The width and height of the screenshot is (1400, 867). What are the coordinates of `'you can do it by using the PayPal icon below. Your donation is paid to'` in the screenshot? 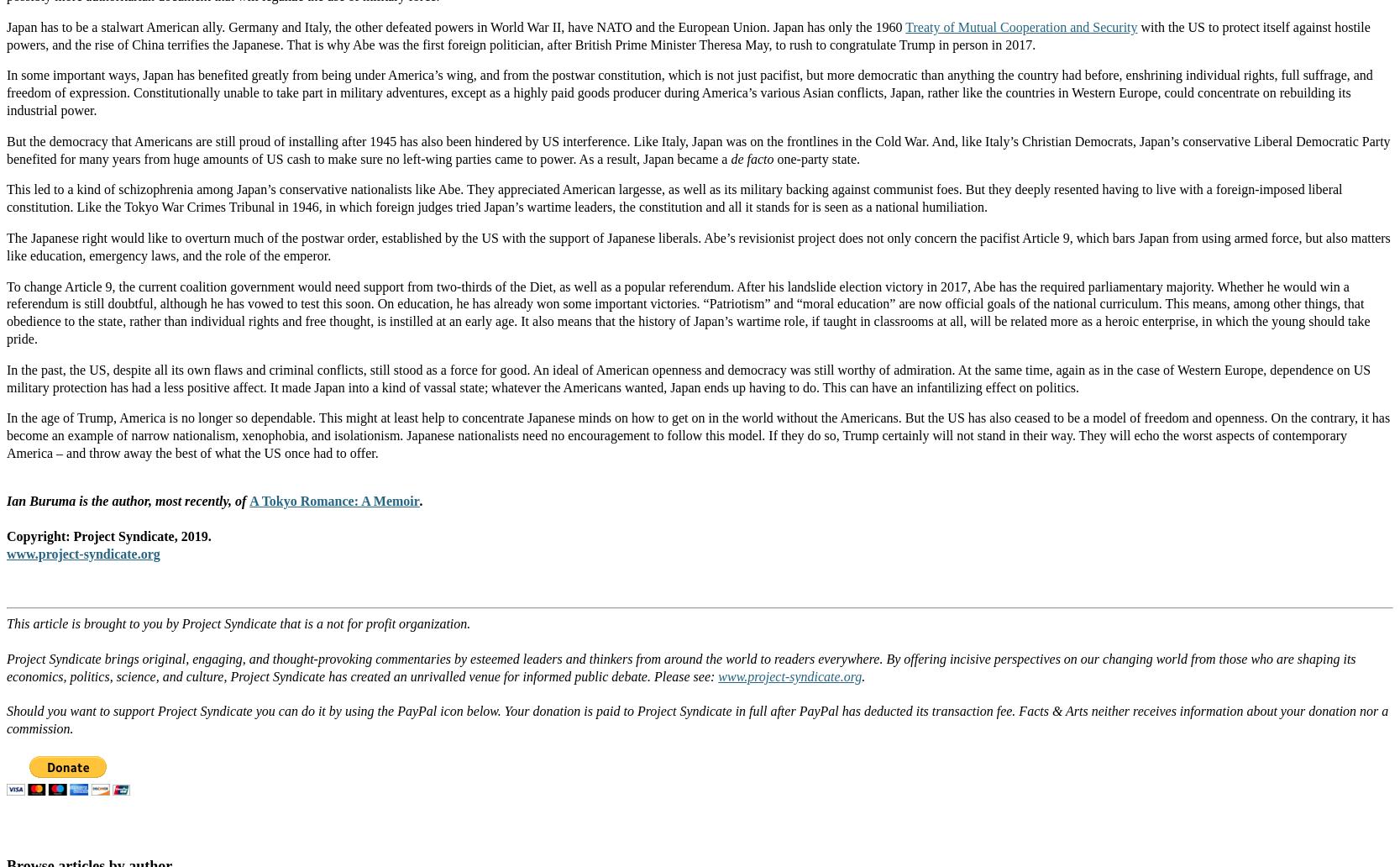 It's located at (443, 711).